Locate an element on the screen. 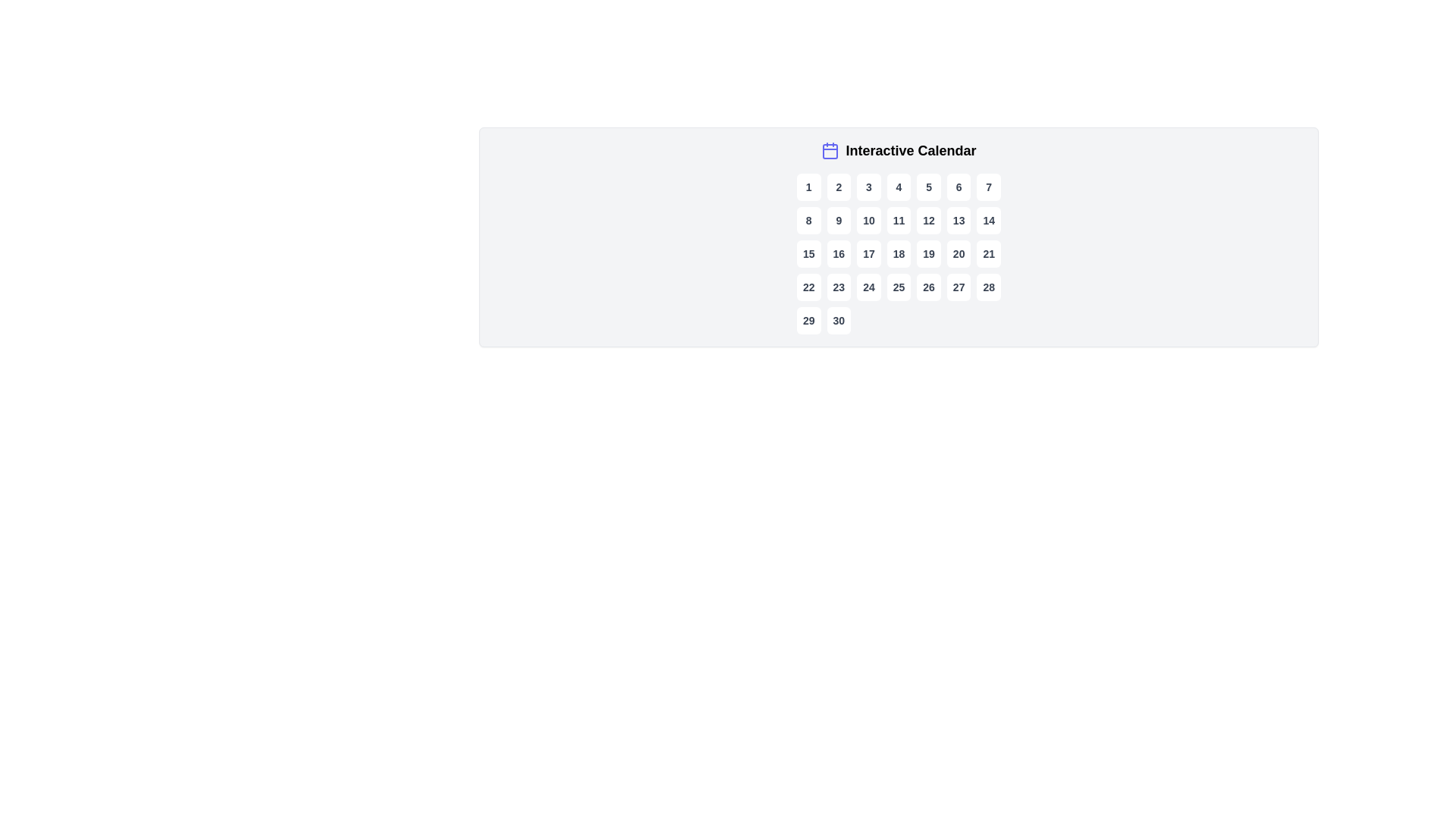  the rounded rectangular button with a white background displaying the gray number '4' is located at coordinates (899, 186).